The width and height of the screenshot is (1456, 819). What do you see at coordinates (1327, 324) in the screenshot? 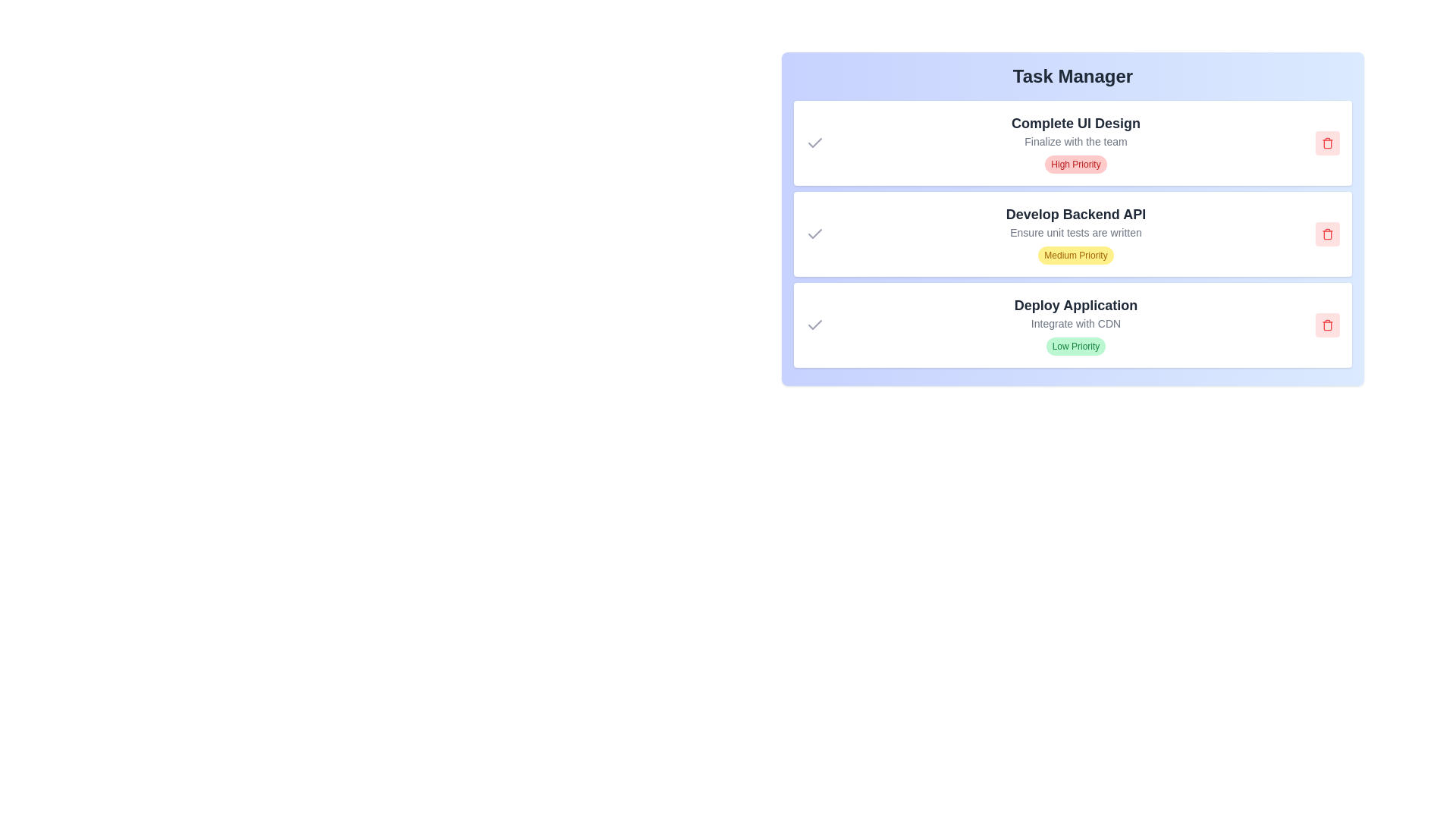
I see `the delete button of the task with title Deploy Application` at bounding box center [1327, 324].